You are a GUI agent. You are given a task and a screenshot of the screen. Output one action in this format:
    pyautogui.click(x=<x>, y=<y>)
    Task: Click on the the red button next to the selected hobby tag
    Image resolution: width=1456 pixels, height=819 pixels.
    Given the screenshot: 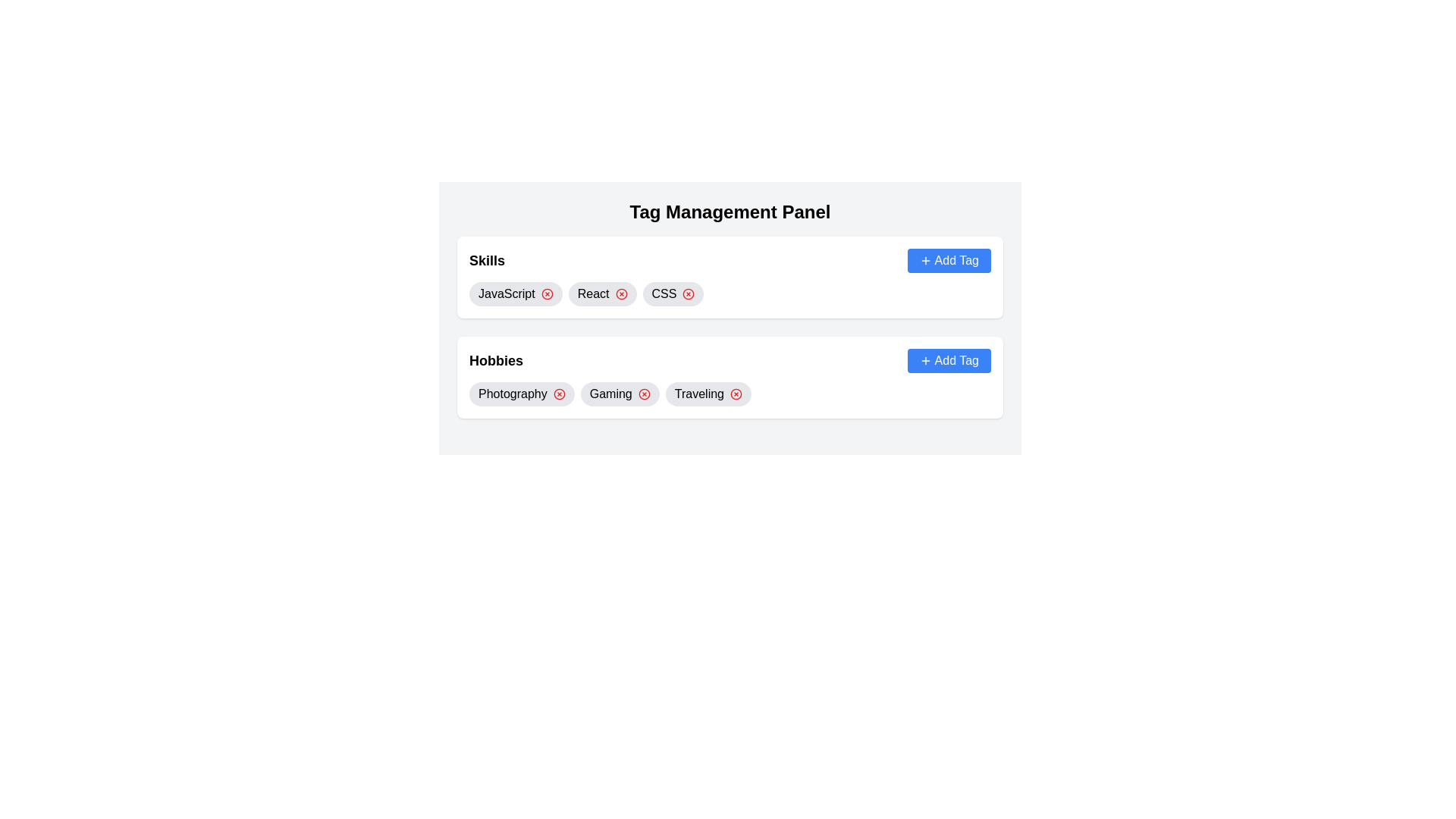 What is the action you would take?
    pyautogui.click(x=730, y=394)
    